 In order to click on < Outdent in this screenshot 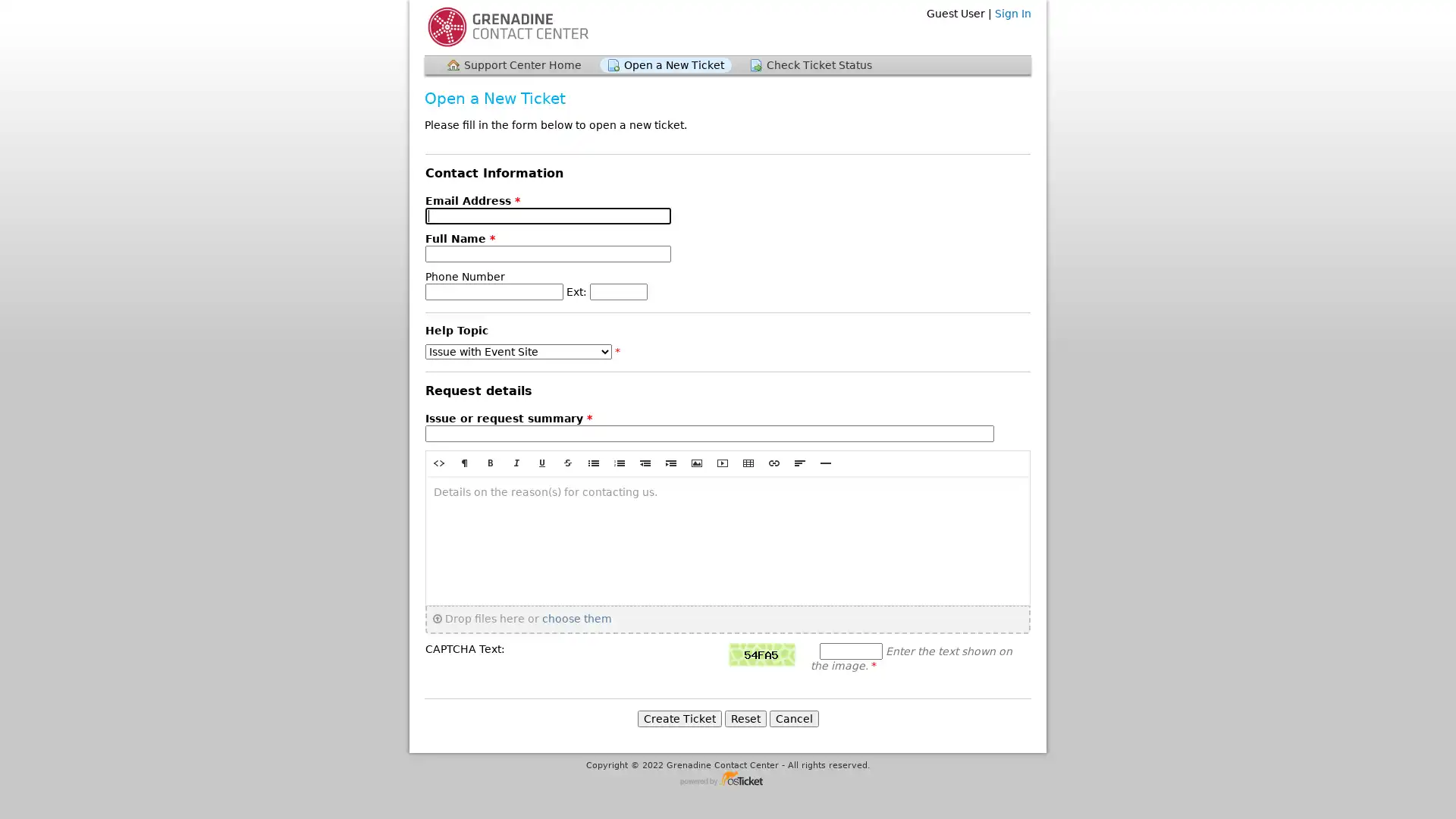, I will do `click(645, 462)`.